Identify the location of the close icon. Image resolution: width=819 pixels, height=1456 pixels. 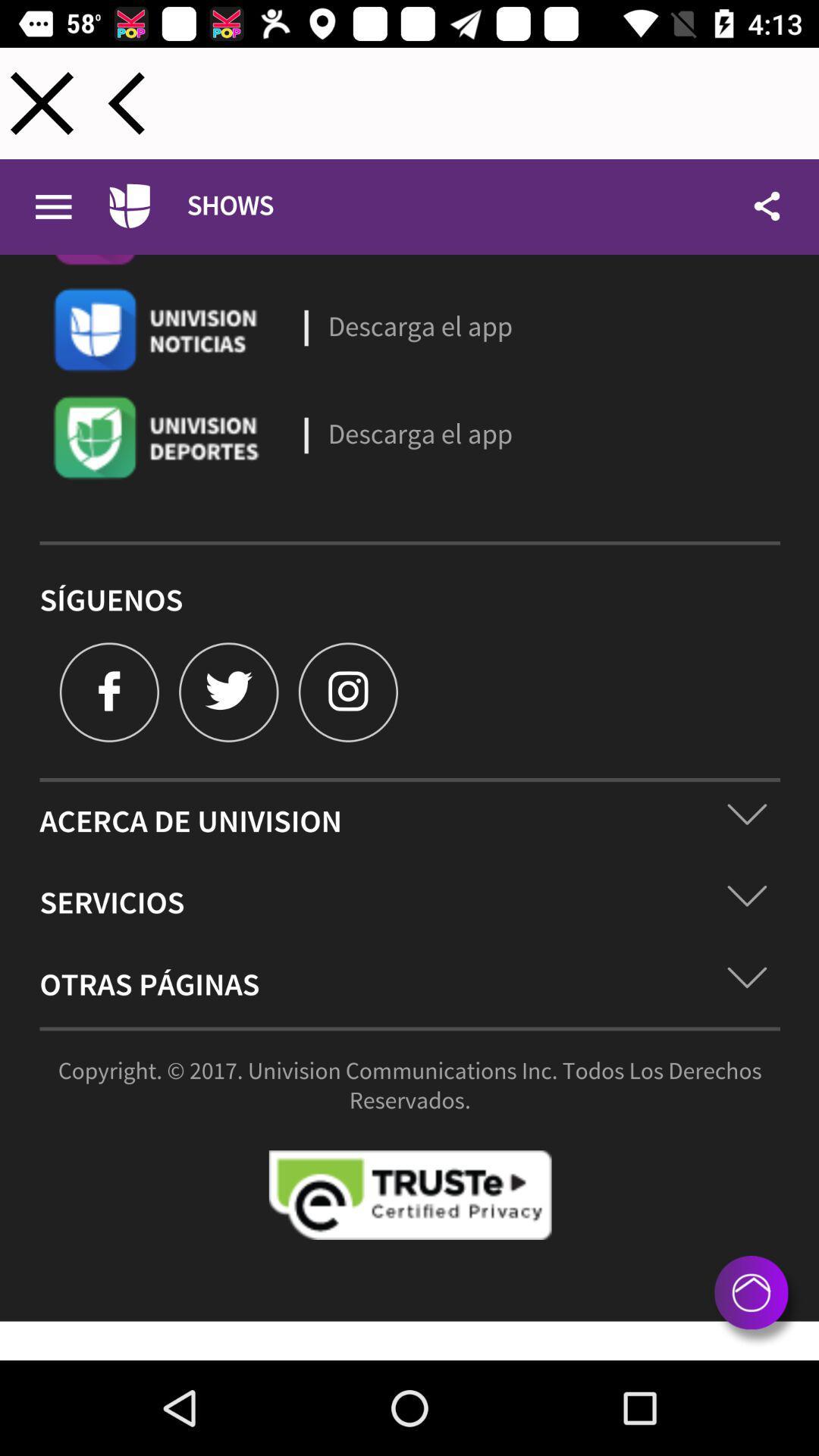
(41, 102).